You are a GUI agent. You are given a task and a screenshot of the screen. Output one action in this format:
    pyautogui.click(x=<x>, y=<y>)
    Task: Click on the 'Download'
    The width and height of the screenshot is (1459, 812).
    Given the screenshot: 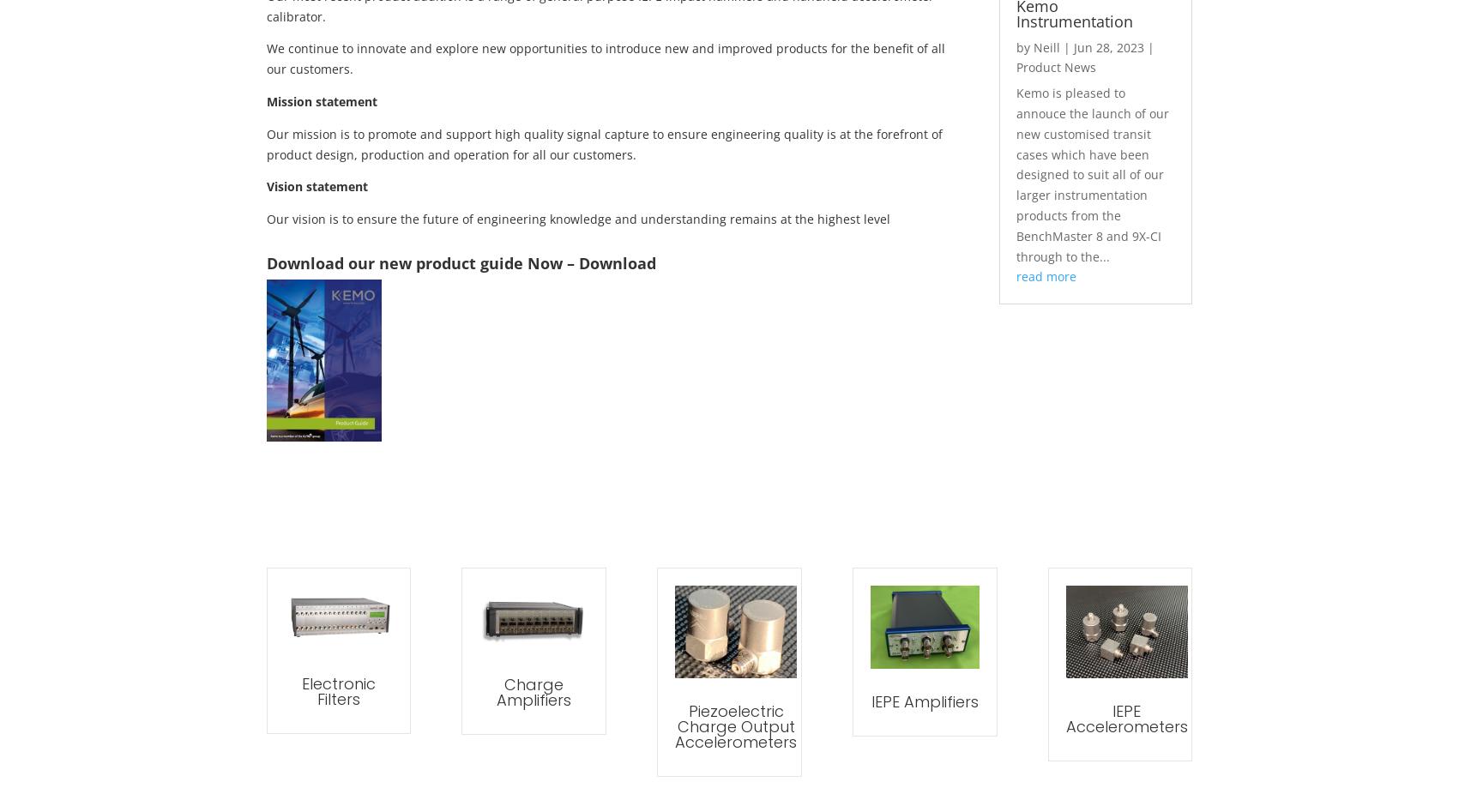 What is the action you would take?
    pyautogui.click(x=616, y=261)
    